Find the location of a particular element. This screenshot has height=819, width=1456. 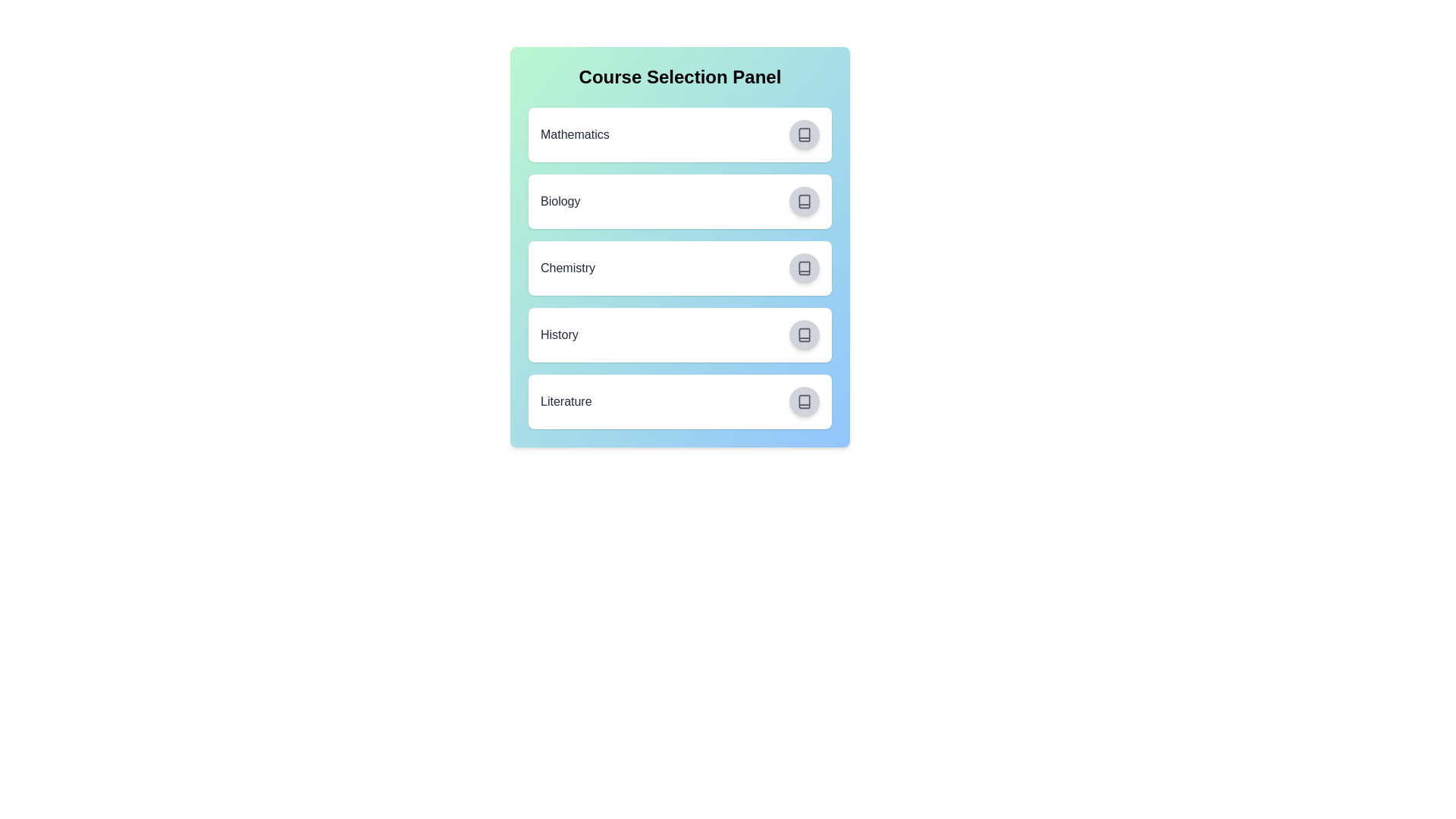

the course Chemistry by clicking its associated button is located at coordinates (803, 268).